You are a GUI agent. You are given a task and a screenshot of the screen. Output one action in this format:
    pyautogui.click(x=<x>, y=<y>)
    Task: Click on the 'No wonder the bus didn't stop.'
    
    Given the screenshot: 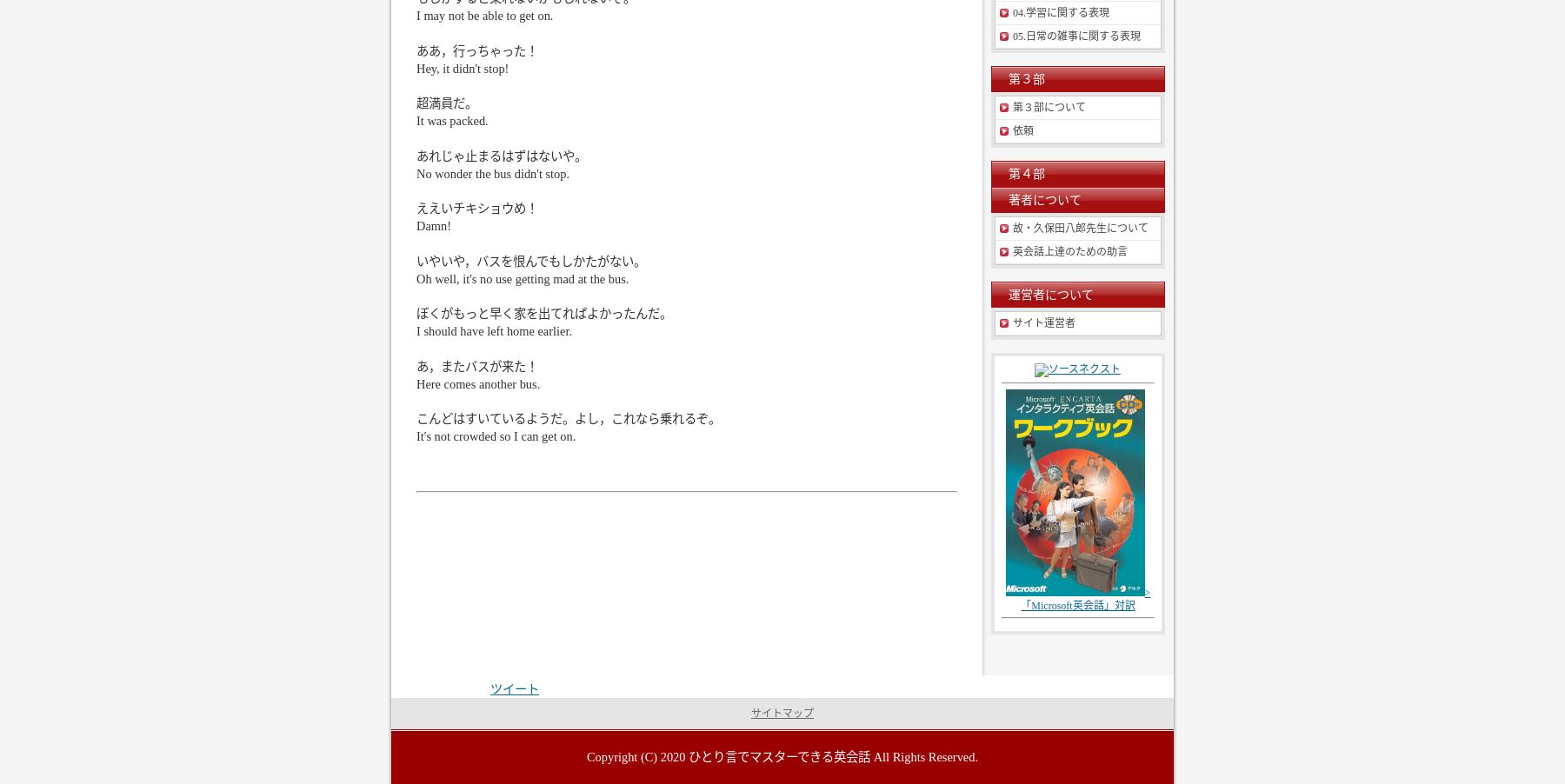 What is the action you would take?
    pyautogui.click(x=493, y=171)
    